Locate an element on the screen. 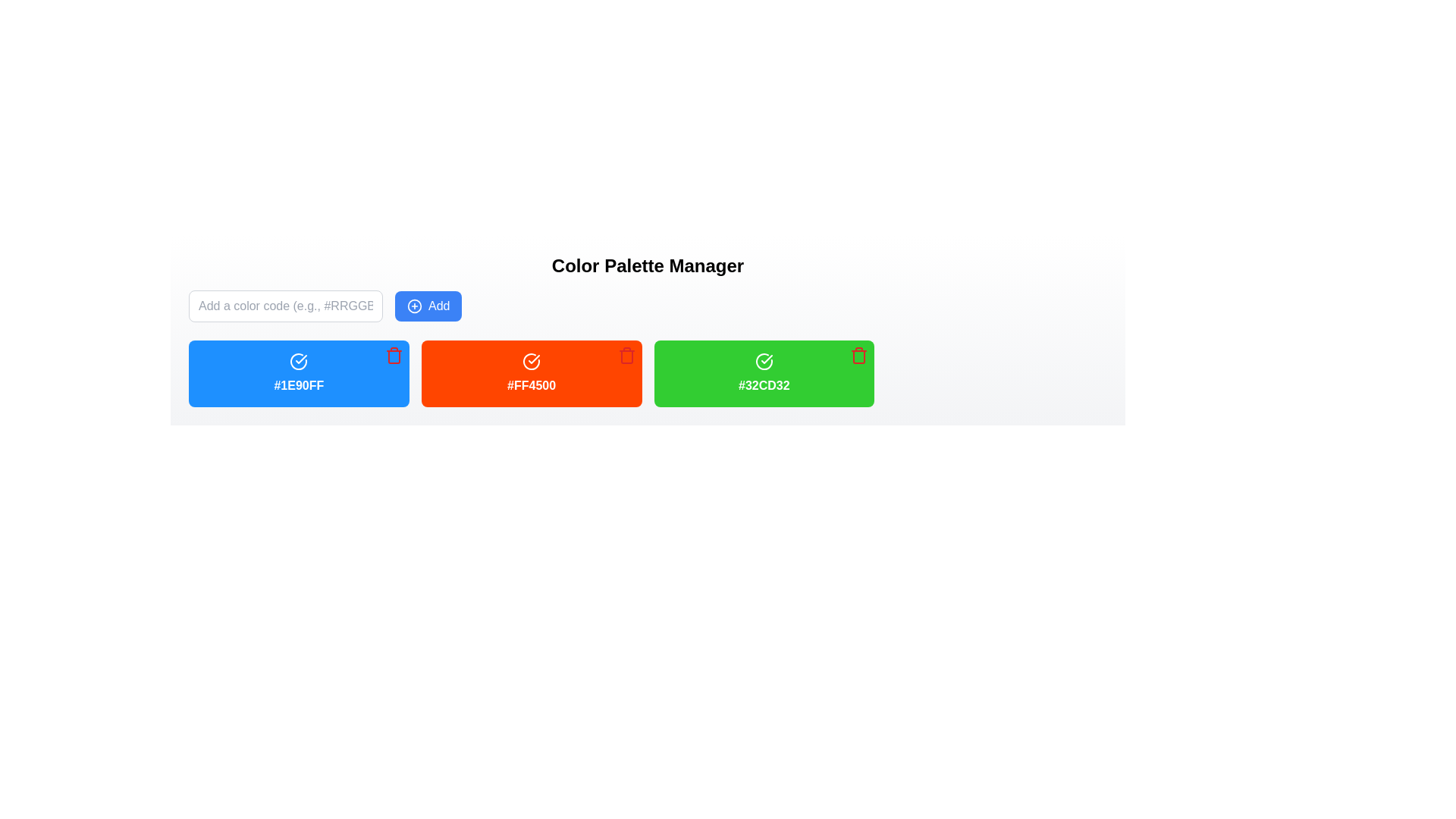 This screenshot has height=819, width=1456. text displayed in the text label showing the string '#32CD32', which is styled in bold font on a vibrant green background, located in the third block from the left is located at coordinates (764, 385).